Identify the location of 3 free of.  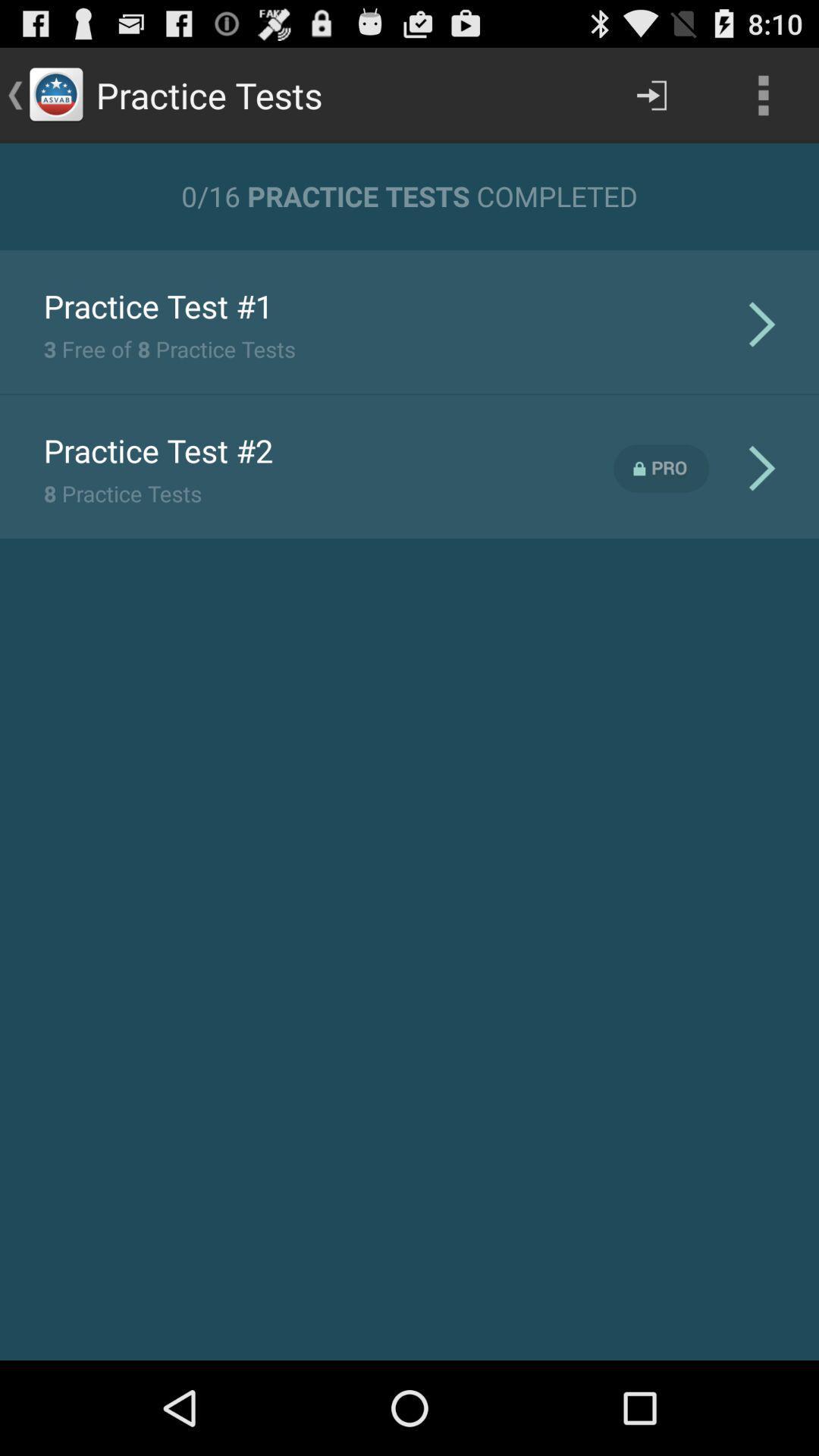
(169, 348).